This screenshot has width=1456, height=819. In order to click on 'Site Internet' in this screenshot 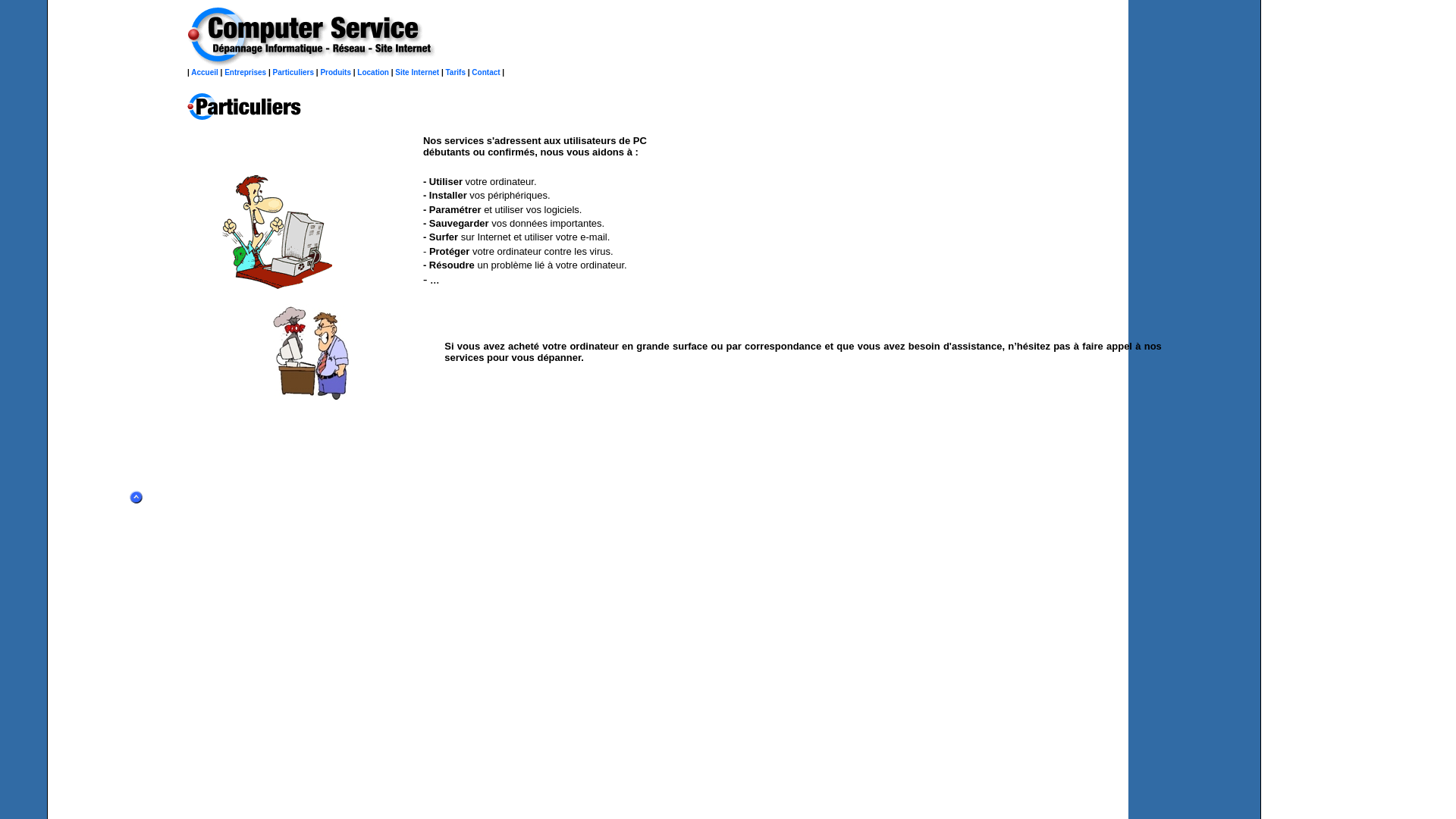, I will do `click(417, 72)`.